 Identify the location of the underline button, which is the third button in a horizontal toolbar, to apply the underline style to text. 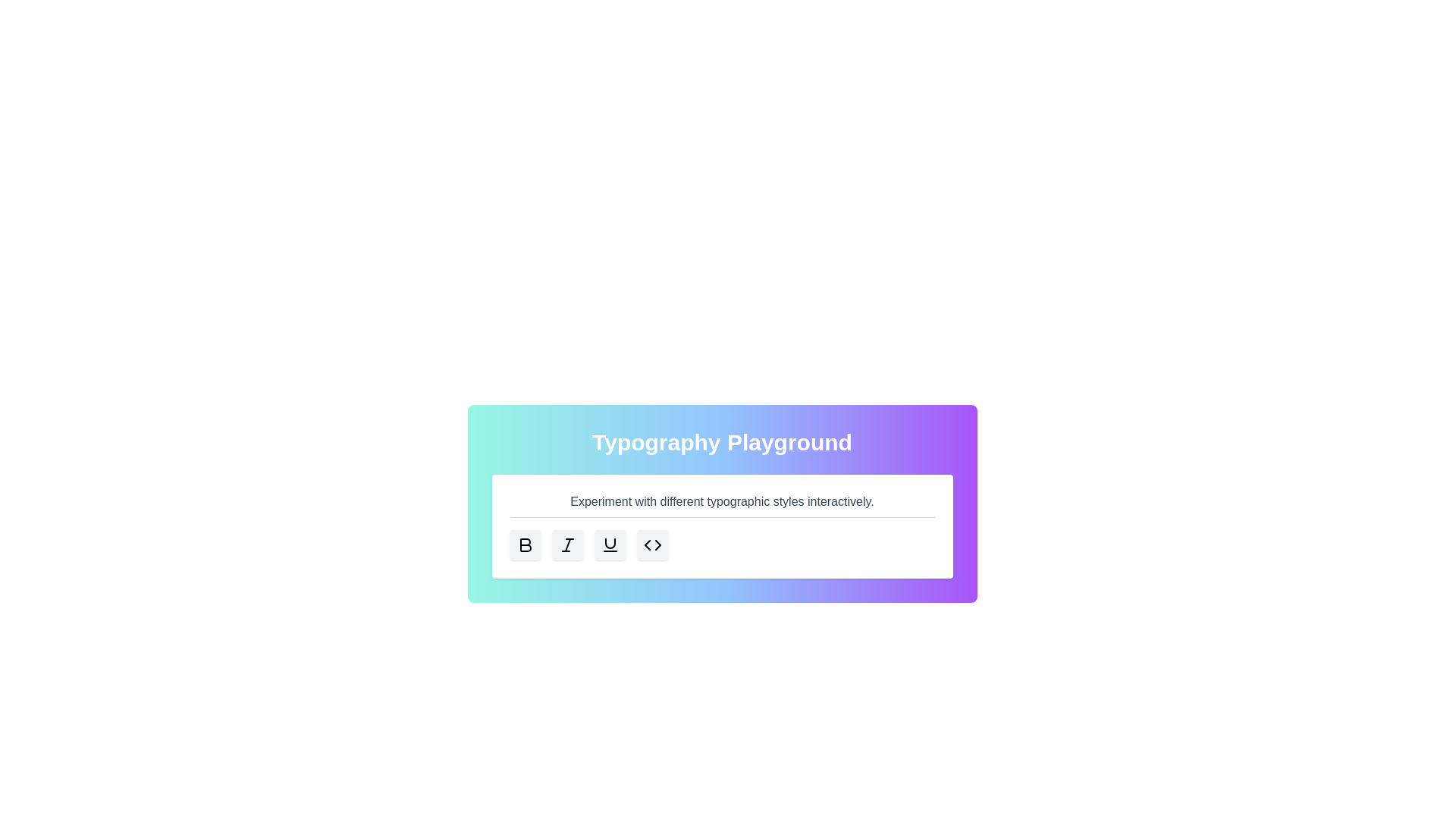
(610, 544).